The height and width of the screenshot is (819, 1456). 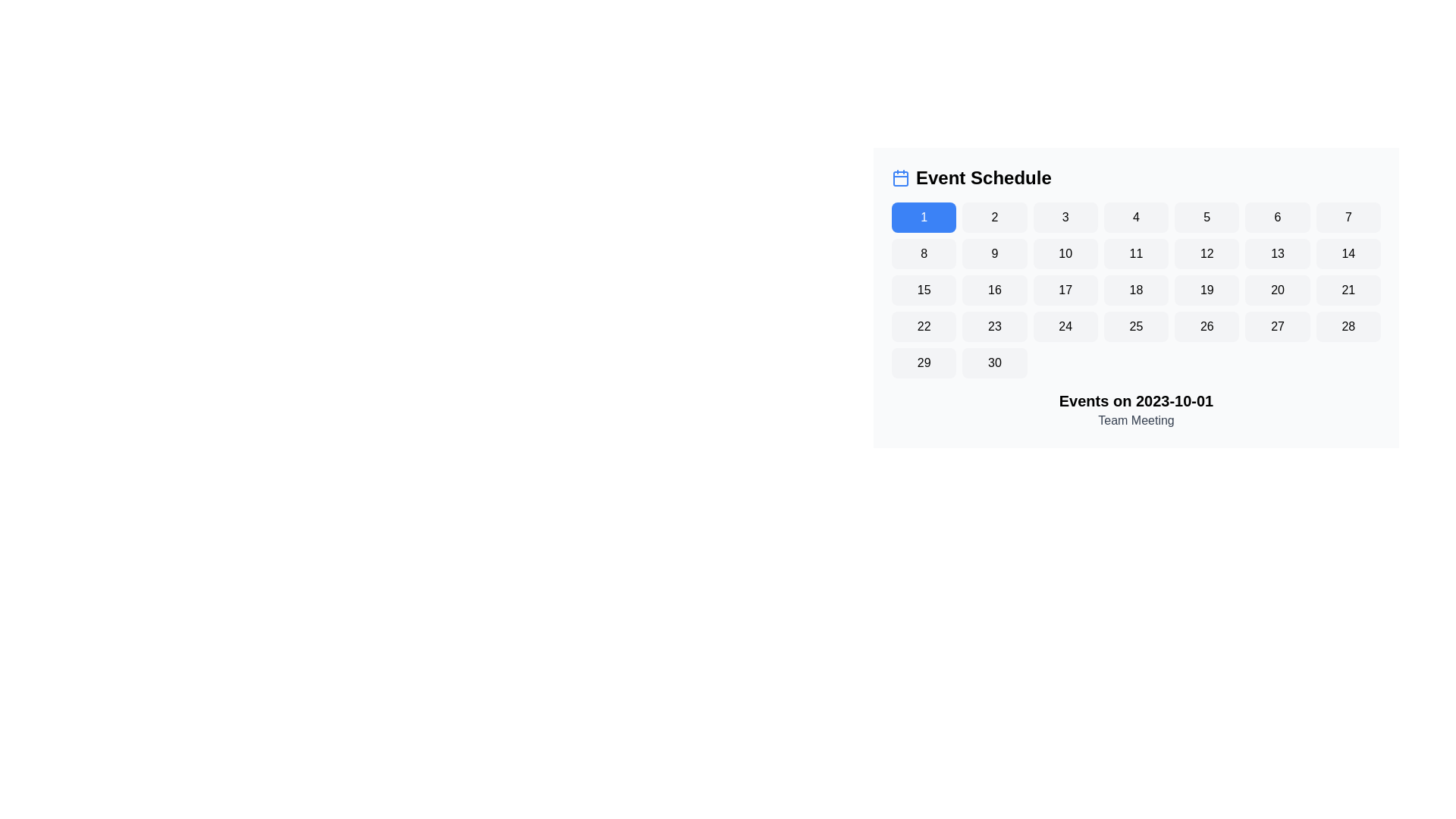 I want to click on the calendar button labeled '5', so click(x=1206, y=217).